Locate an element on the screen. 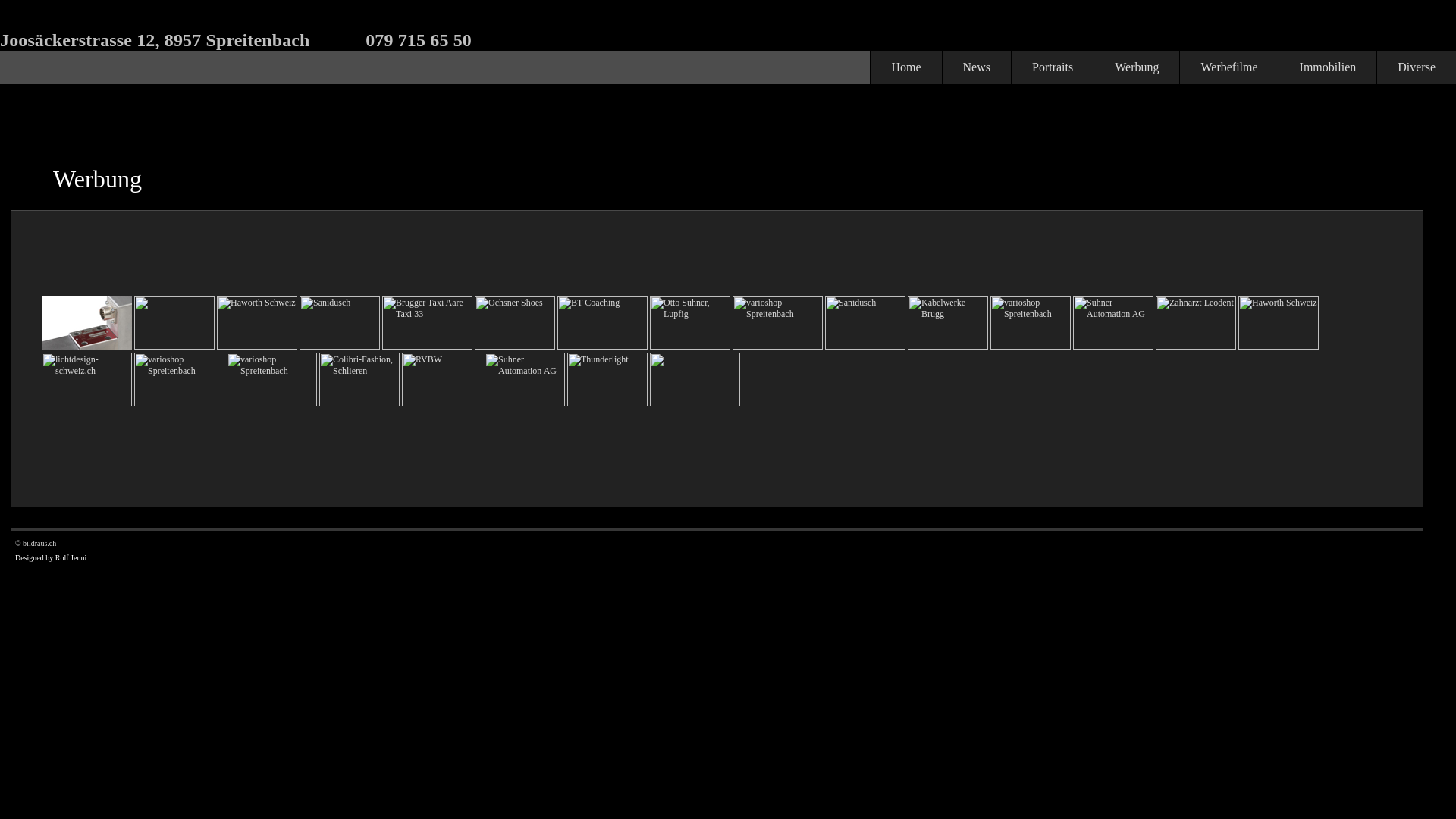 This screenshot has width=1456, height=819. 'Werbung' is located at coordinates (1136, 66).